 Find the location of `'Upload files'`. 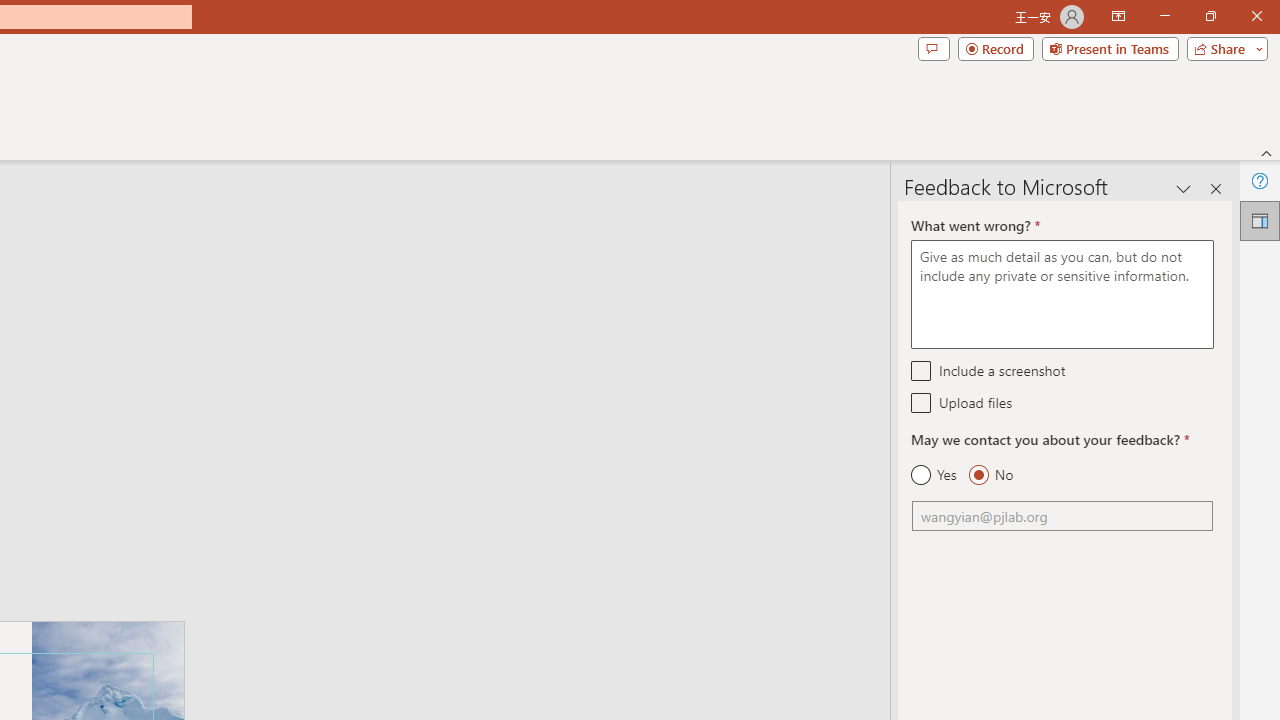

'Upload files' is located at coordinates (920, 402).